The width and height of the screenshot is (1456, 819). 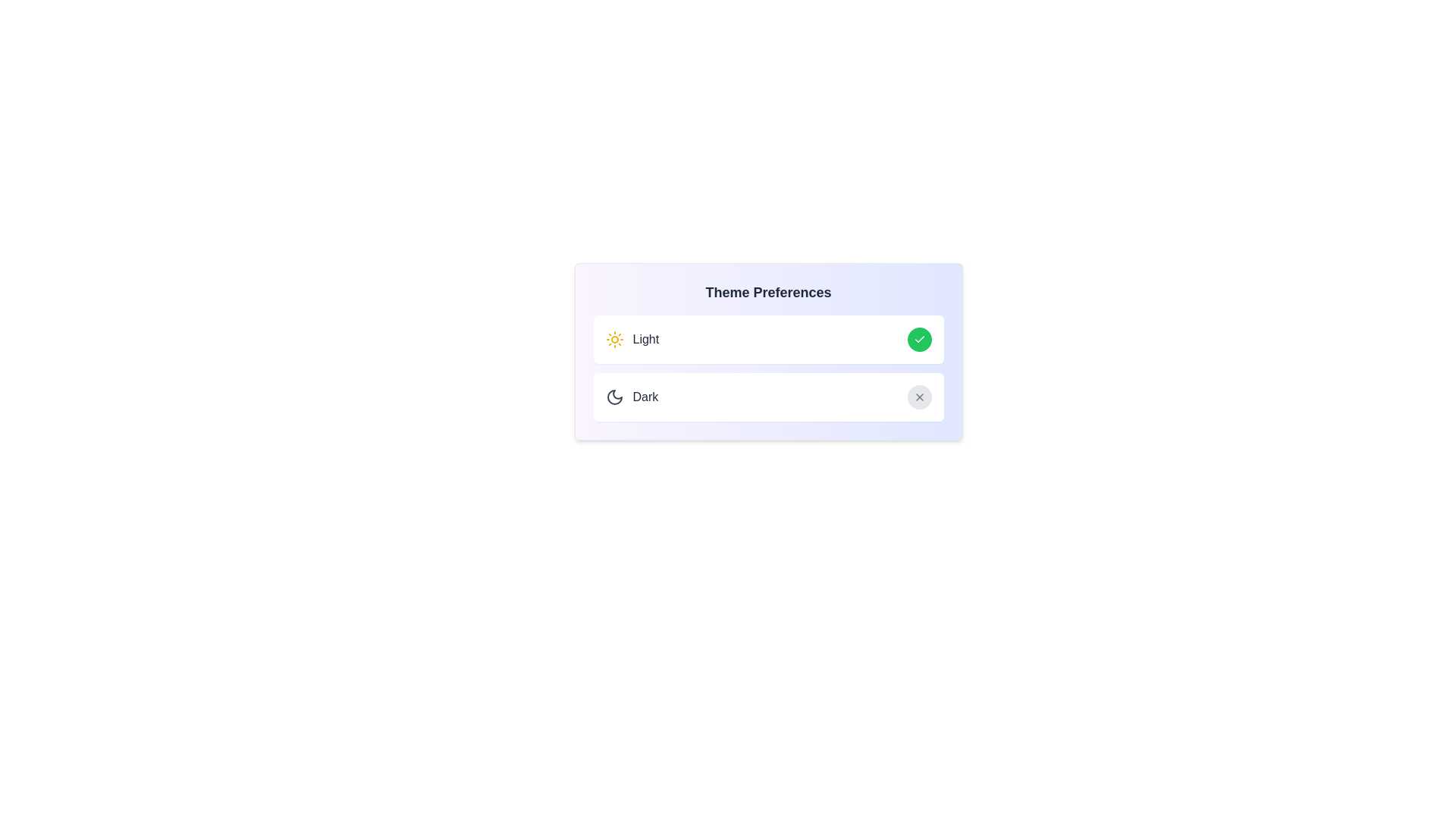 What do you see at coordinates (918, 397) in the screenshot?
I see `the gray cross button associated with the 'Dark' theme to toggle its activation state` at bounding box center [918, 397].